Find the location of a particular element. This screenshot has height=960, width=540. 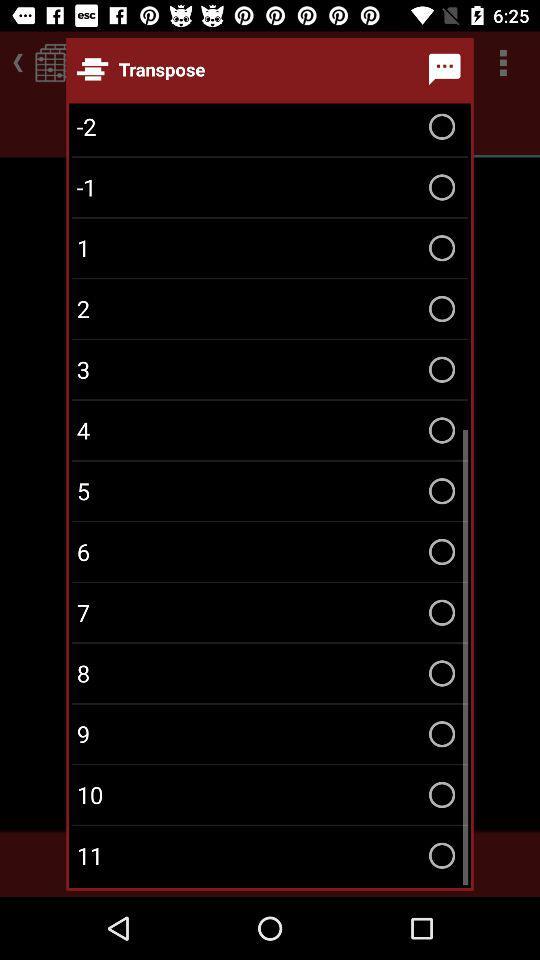

the item below 6 item is located at coordinates (270, 611).